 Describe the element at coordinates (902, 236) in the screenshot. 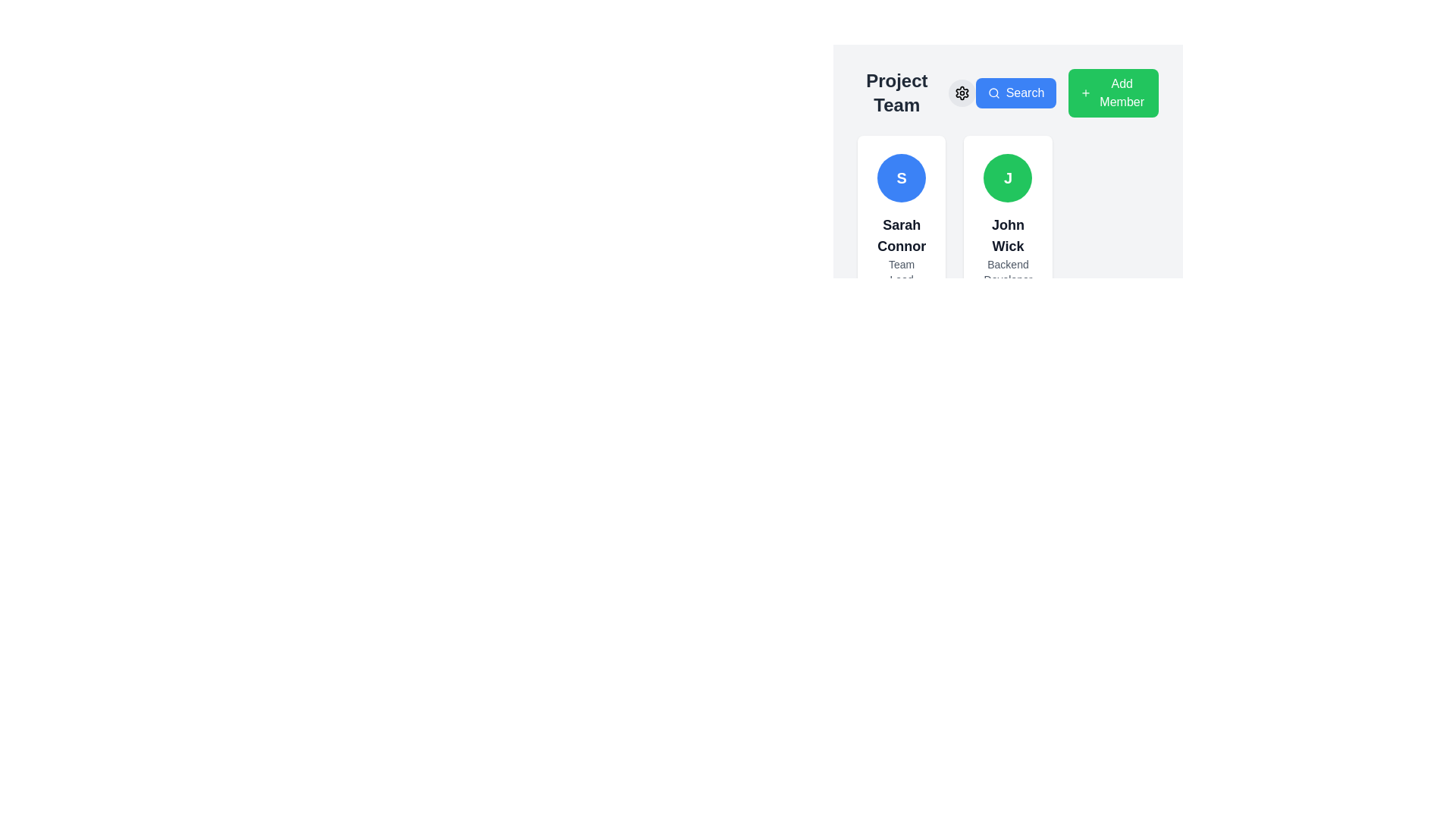

I see `displayed name 'Sarah Connor' which is a bold, dark-gray text located centrally below a circular blue icon` at that location.